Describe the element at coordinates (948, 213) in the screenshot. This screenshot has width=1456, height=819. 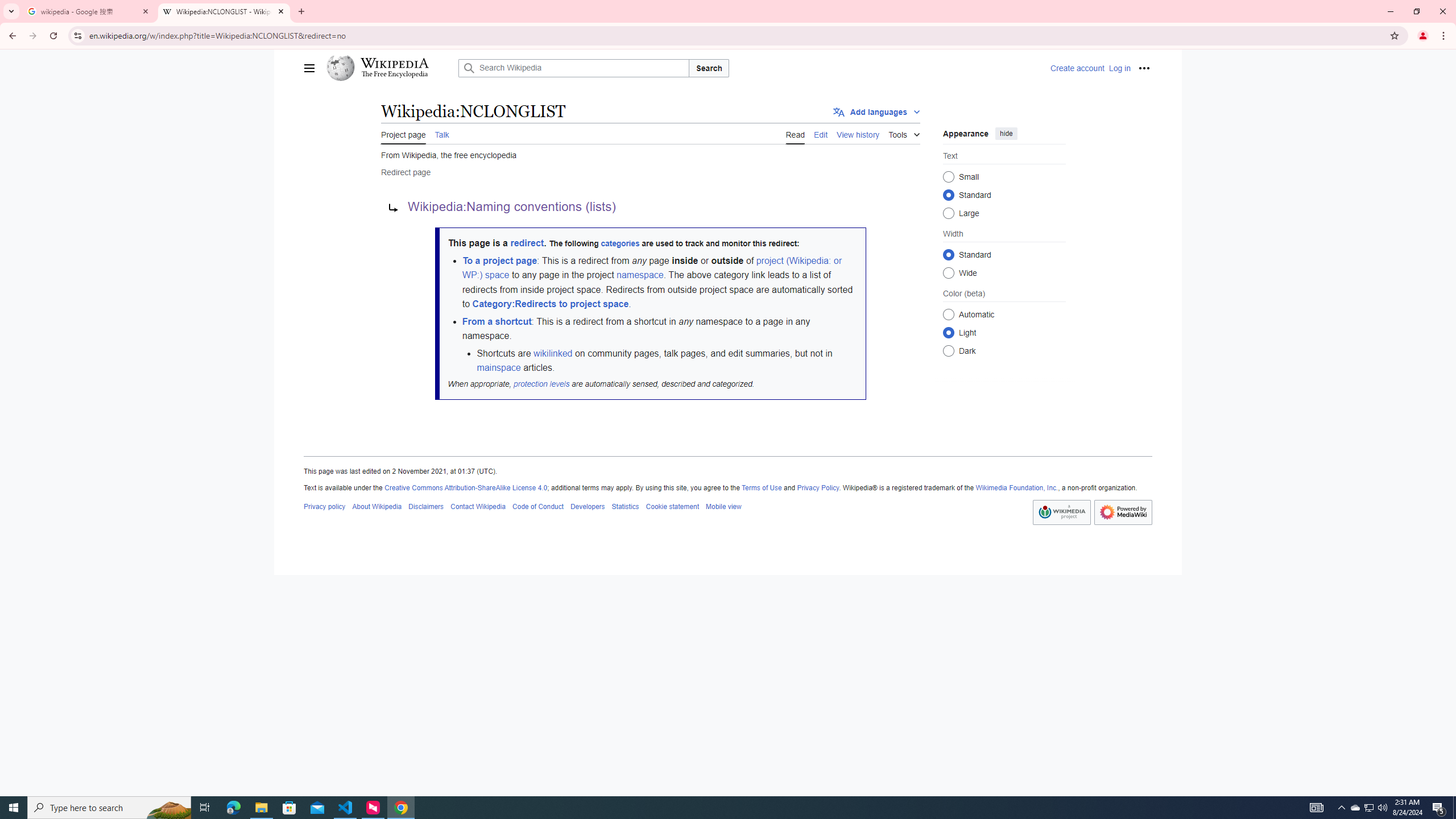
I see `'Large'` at that location.